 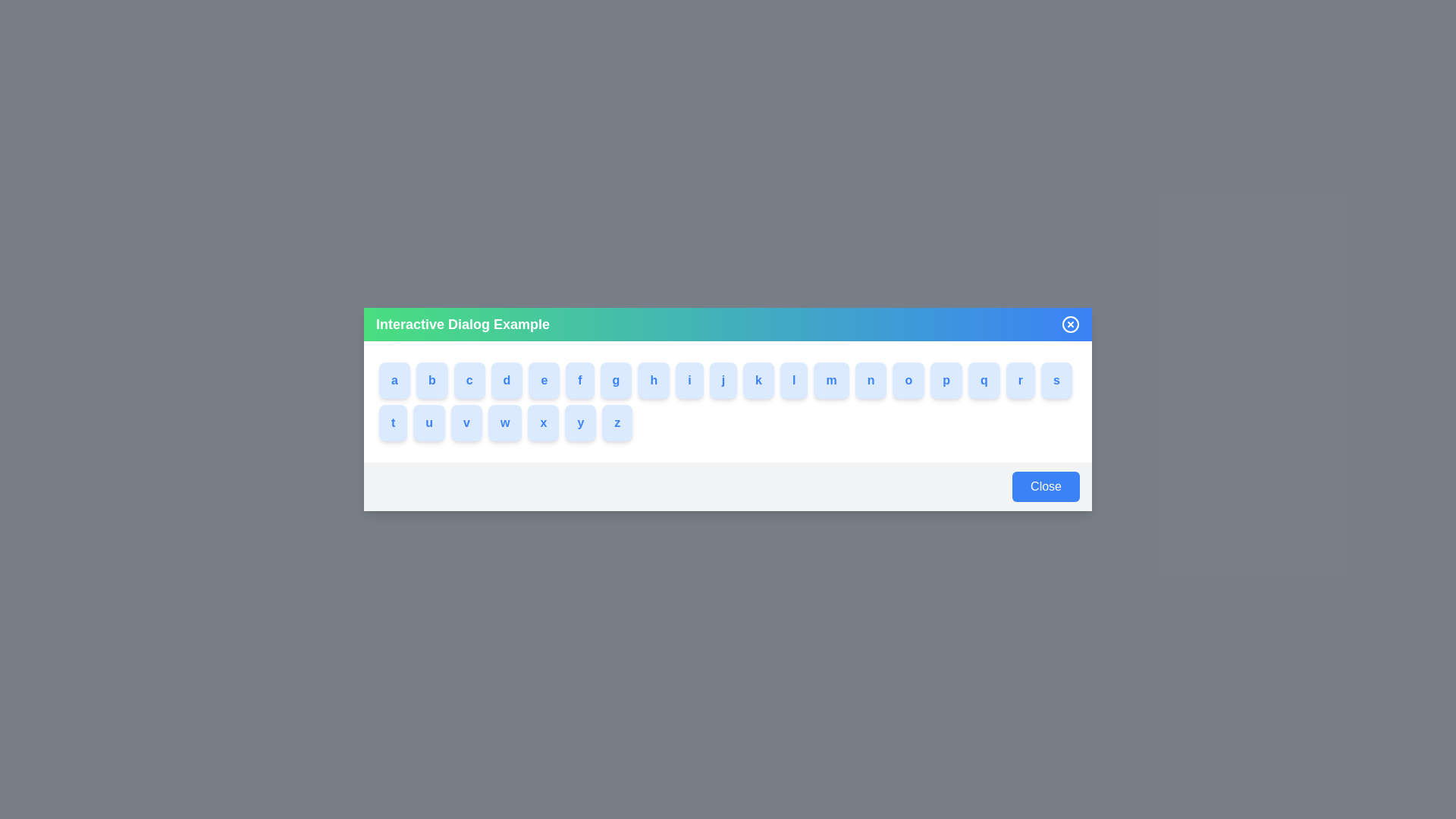 What do you see at coordinates (924, 379) in the screenshot?
I see `the button labeled with o` at bounding box center [924, 379].